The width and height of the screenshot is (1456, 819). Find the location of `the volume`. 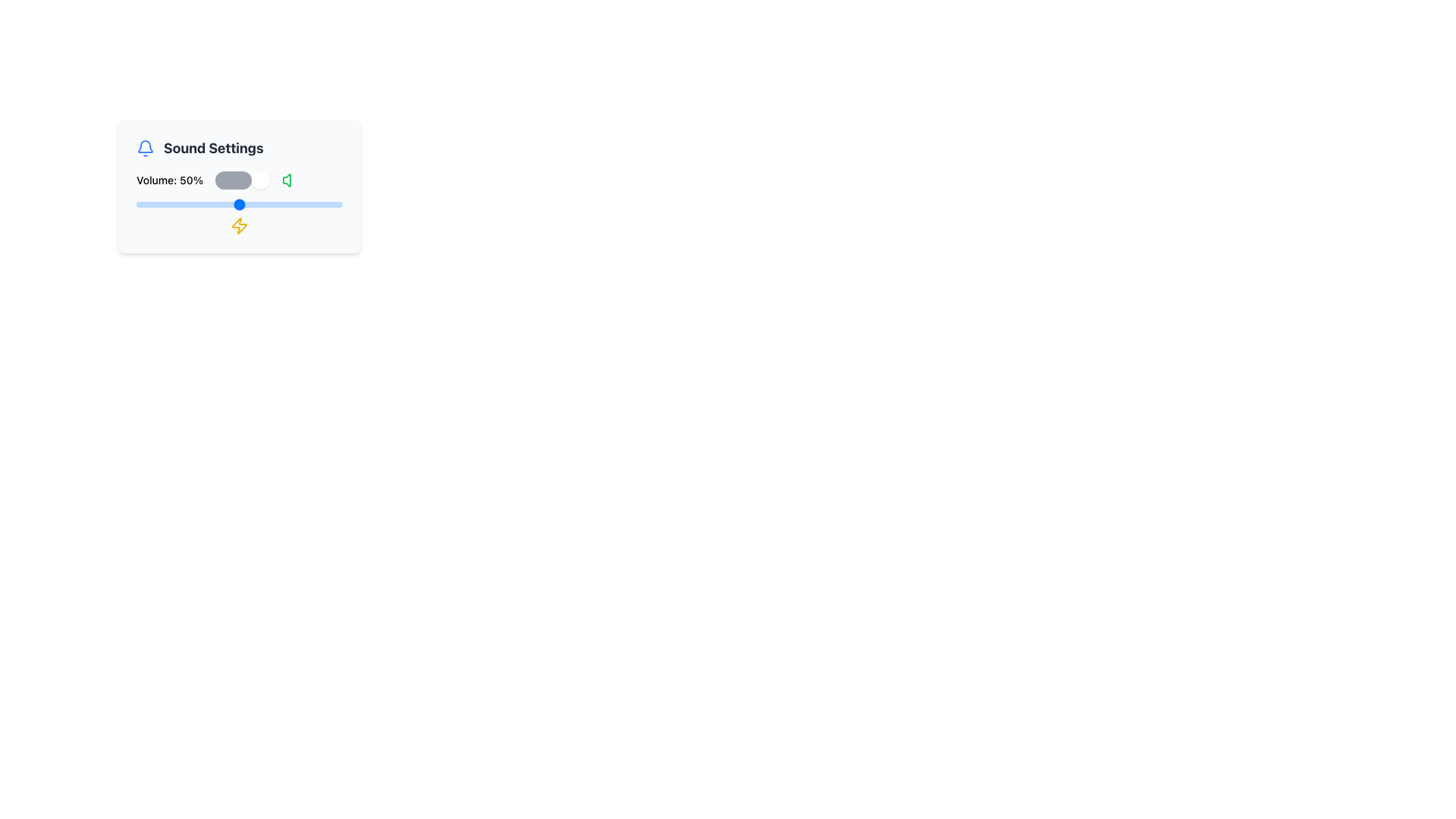

the volume is located at coordinates (210, 205).